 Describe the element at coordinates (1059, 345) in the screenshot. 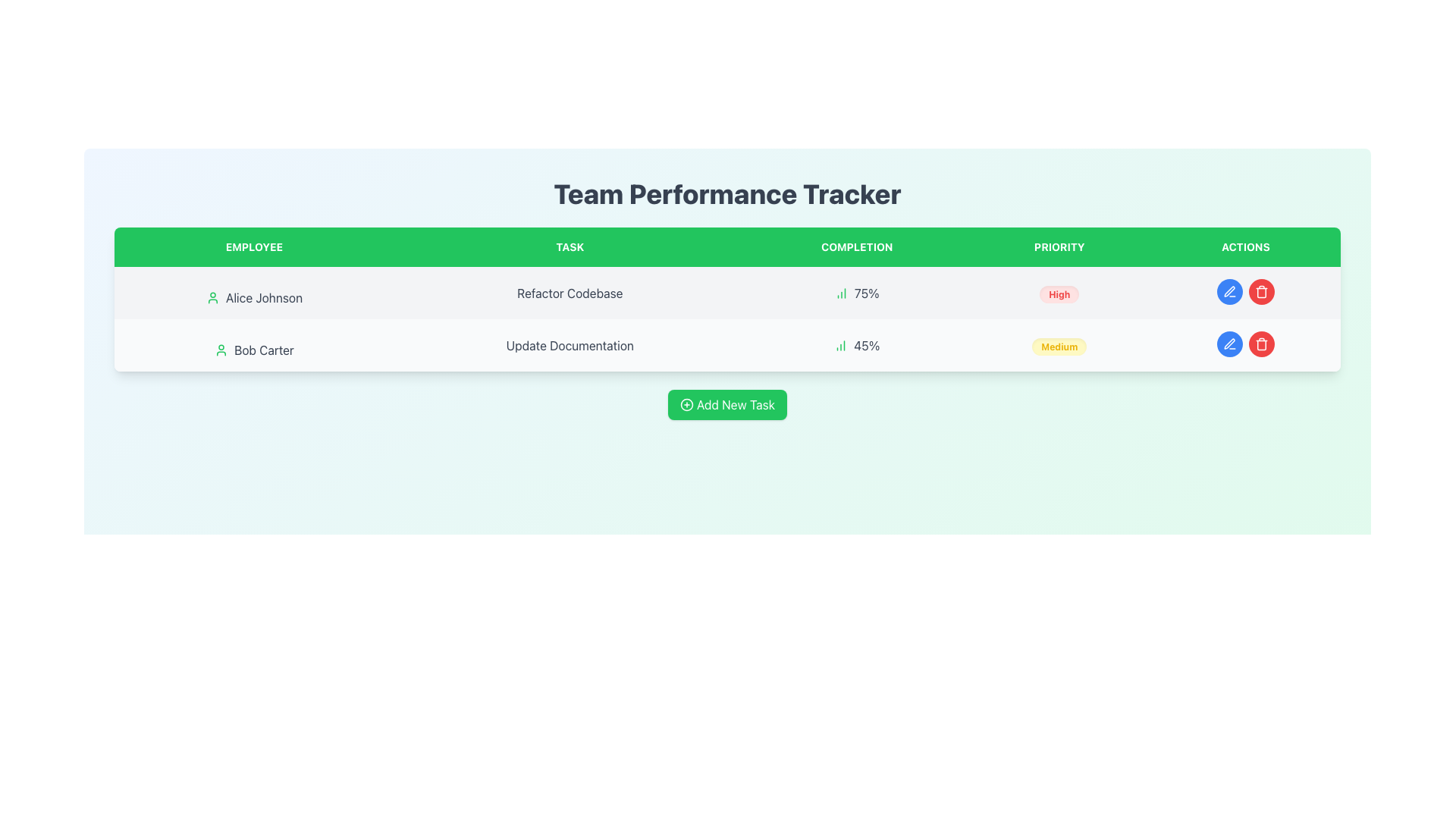

I see `the Badge indicating the medium priority level for the task assigned to Bob Carter in the Team Performance Tracker` at that location.